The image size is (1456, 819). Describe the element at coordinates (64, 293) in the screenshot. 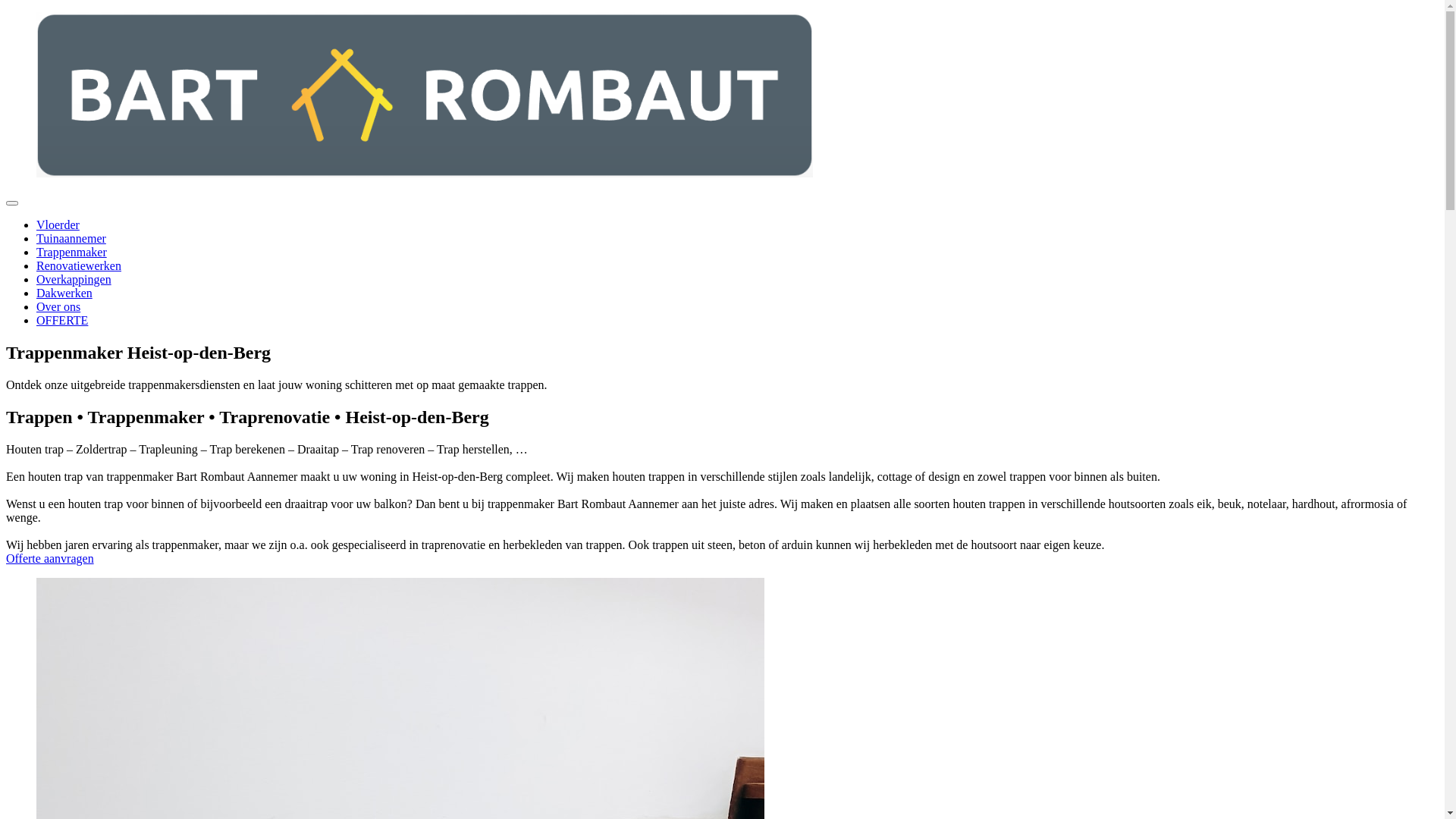

I see `'Dakwerken'` at that location.